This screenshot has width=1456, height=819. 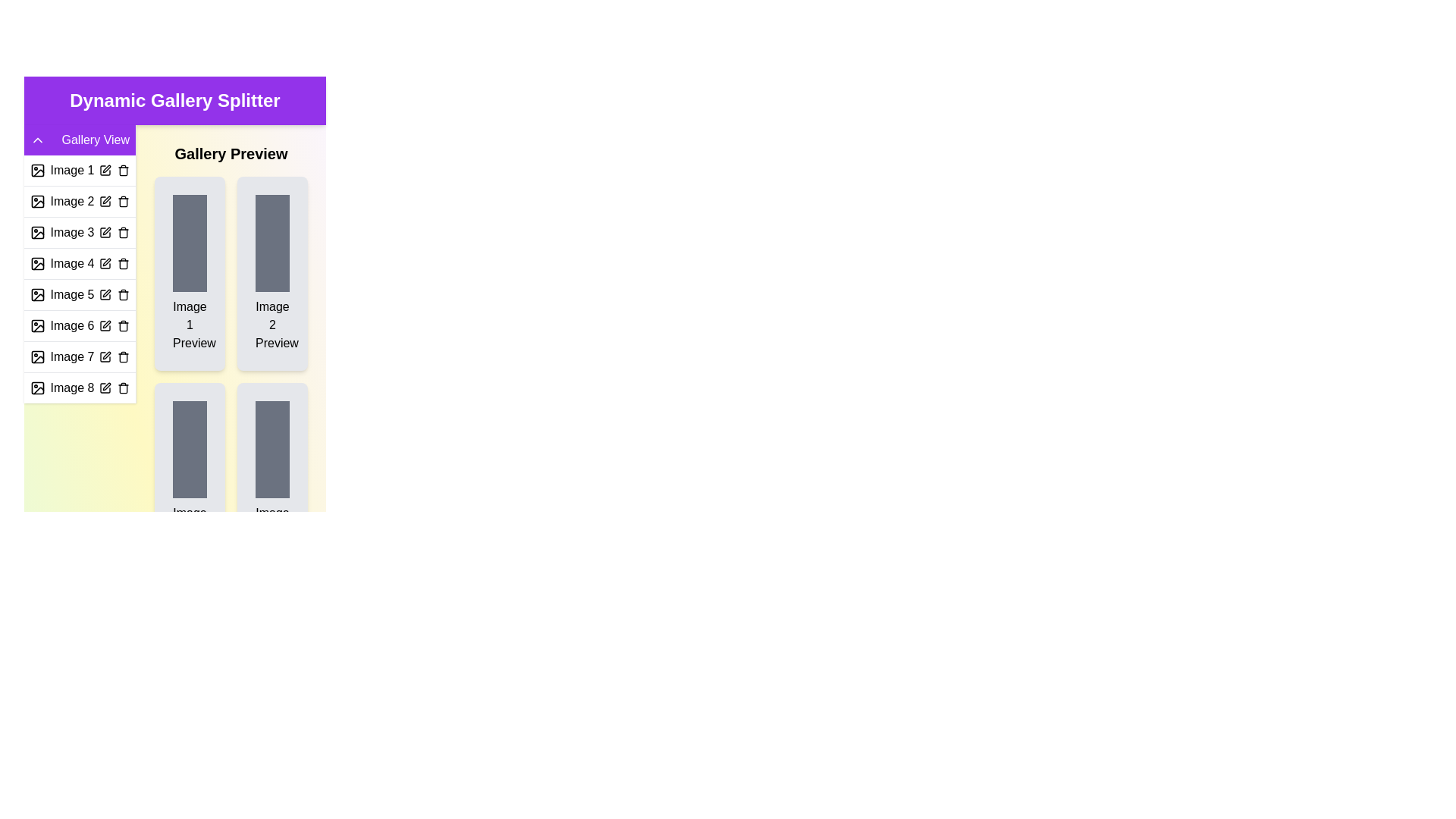 What do you see at coordinates (71, 170) in the screenshot?
I see `the static text label 'Image 1' in the left-hand sidebar labeled 'Gallery View'` at bounding box center [71, 170].